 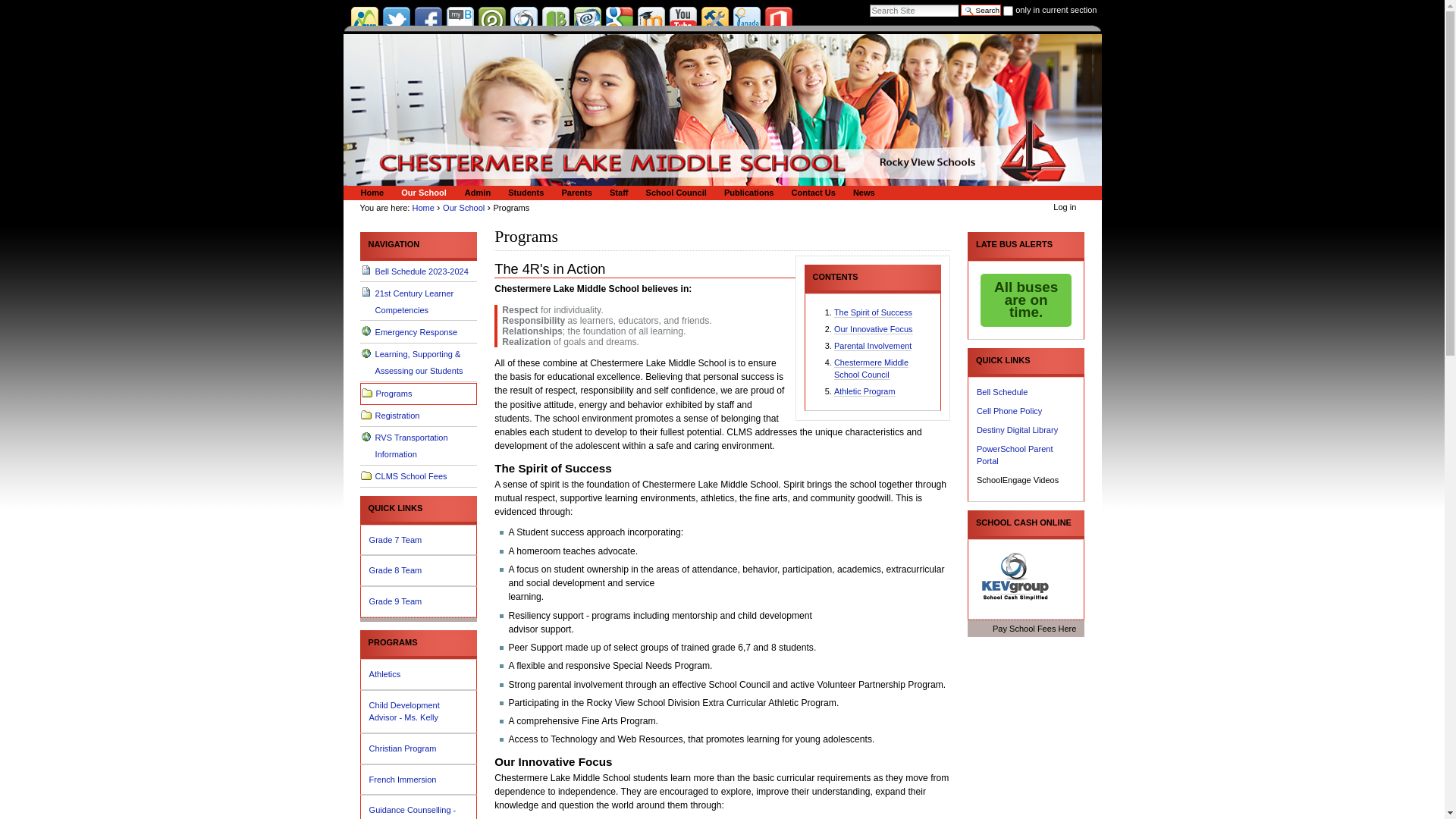 I want to click on 'French Immersion', so click(x=419, y=780).